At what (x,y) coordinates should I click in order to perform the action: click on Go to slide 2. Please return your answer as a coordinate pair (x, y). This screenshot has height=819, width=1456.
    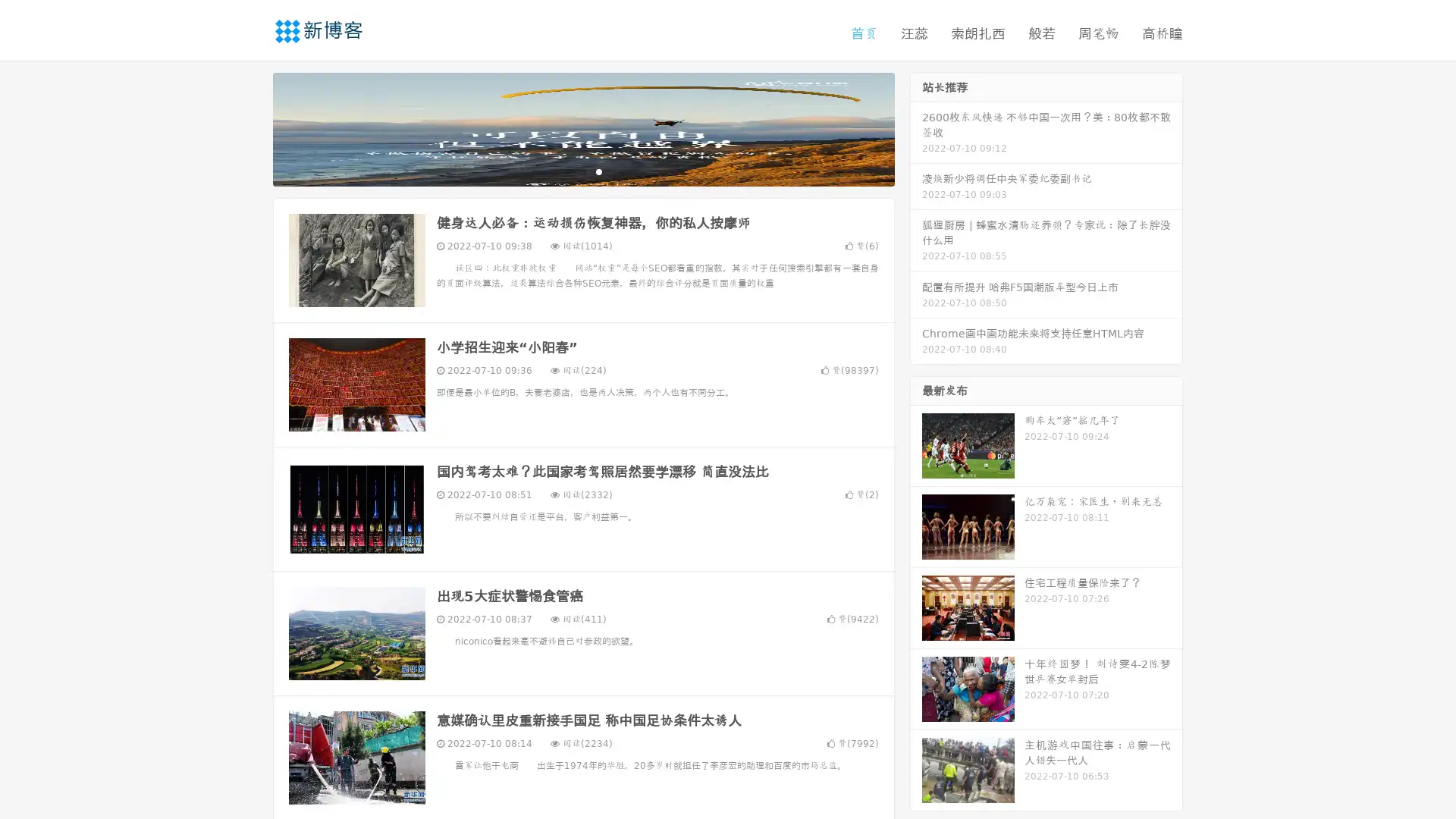
    Looking at the image, I should click on (582, 171).